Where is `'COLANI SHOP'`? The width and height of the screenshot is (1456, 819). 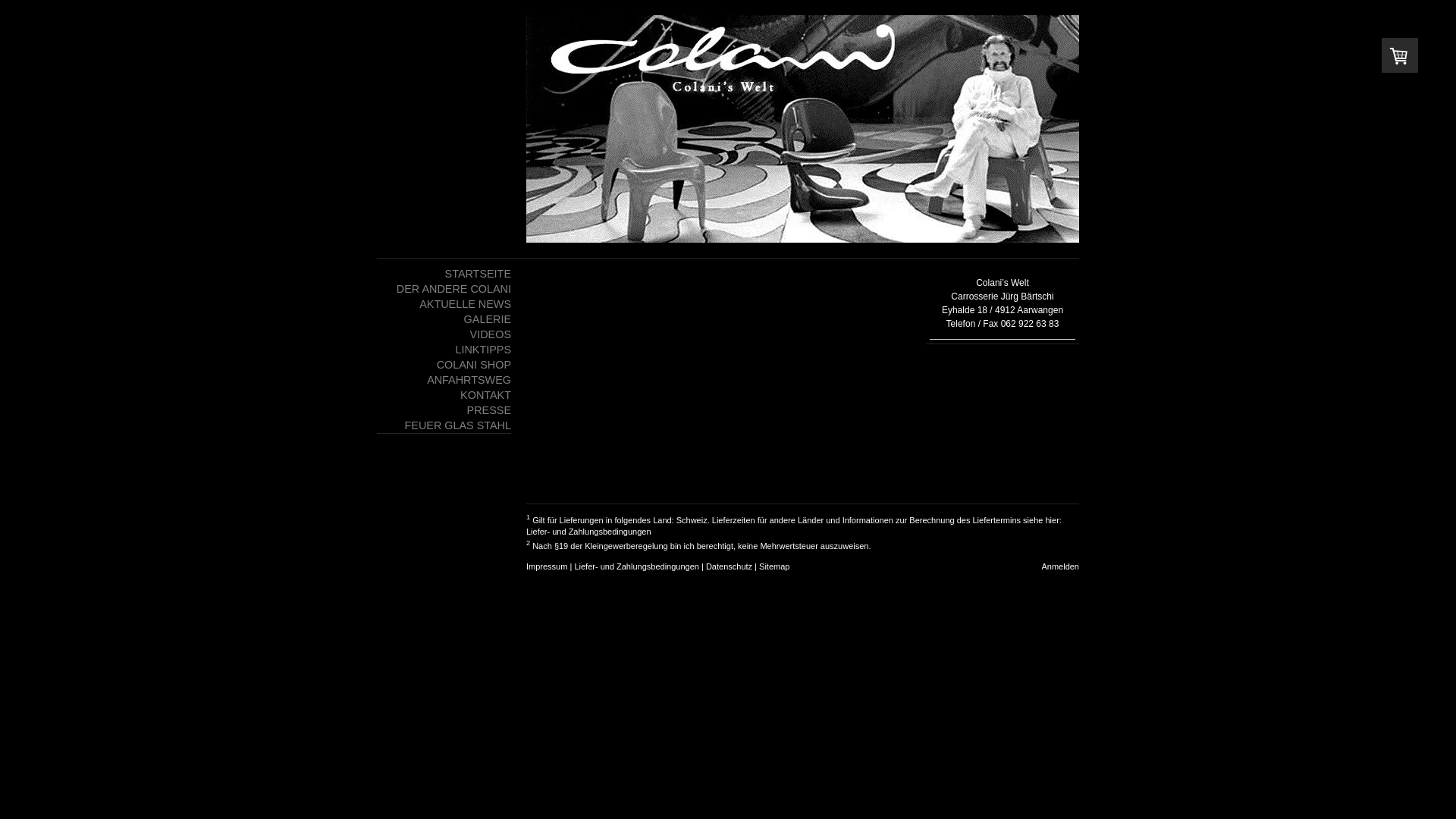
'COLANI SHOP' is located at coordinates (443, 365).